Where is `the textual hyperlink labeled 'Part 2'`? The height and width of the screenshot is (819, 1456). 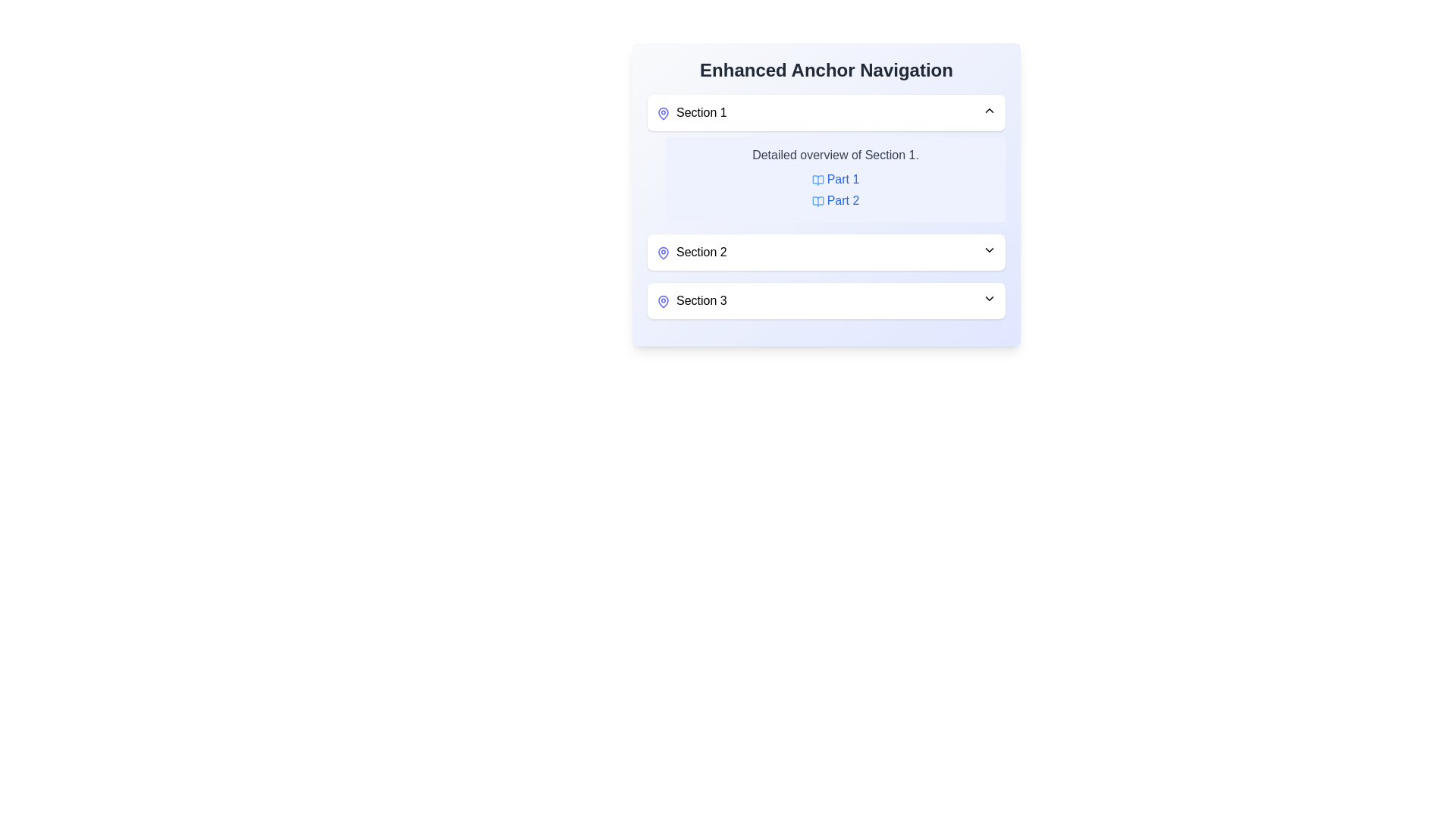
the textual hyperlink labeled 'Part 2' is located at coordinates (835, 199).